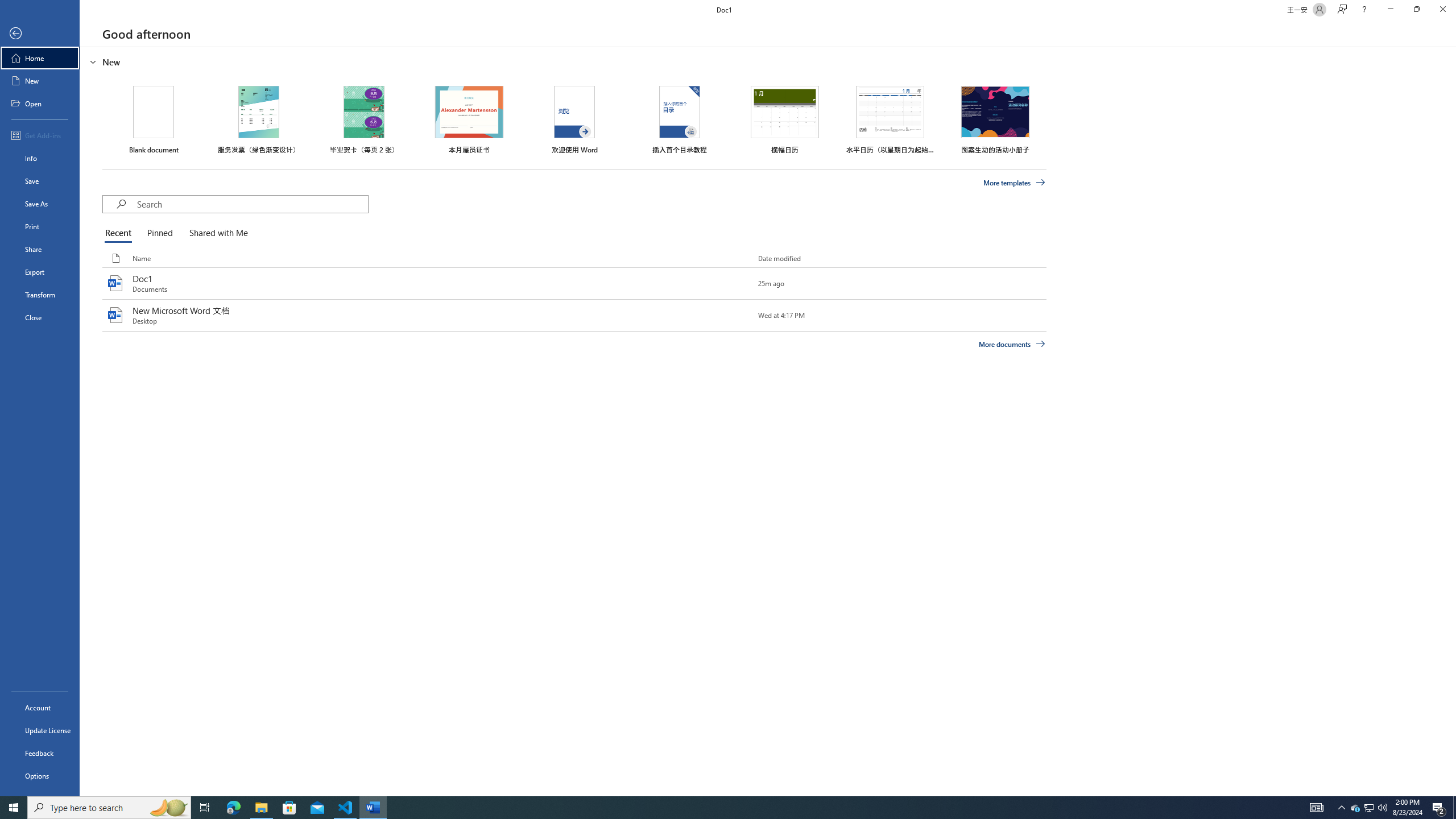 Image resolution: width=1456 pixels, height=819 pixels. What do you see at coordinates (1389, 9) in the screenshot?
I see `'Minimize'` at bounding box center [1389, 9].